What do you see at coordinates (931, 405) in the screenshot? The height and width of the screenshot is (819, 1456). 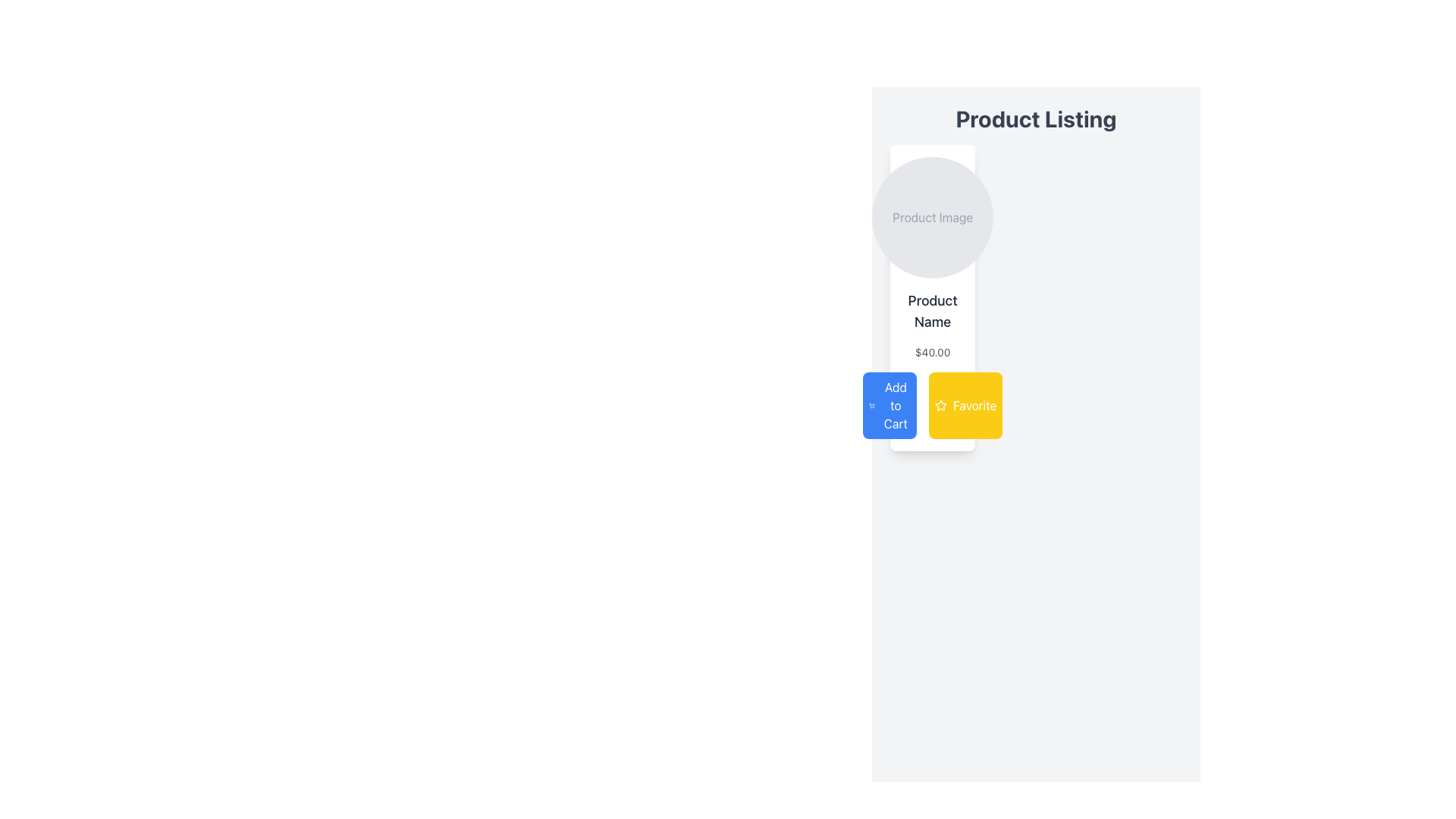 I see `the 'Favorite' button located to the right of the 'Add to Cart' button at the bottom of the product display card to mark the product as a favorite` at bounding box center [931, 405].